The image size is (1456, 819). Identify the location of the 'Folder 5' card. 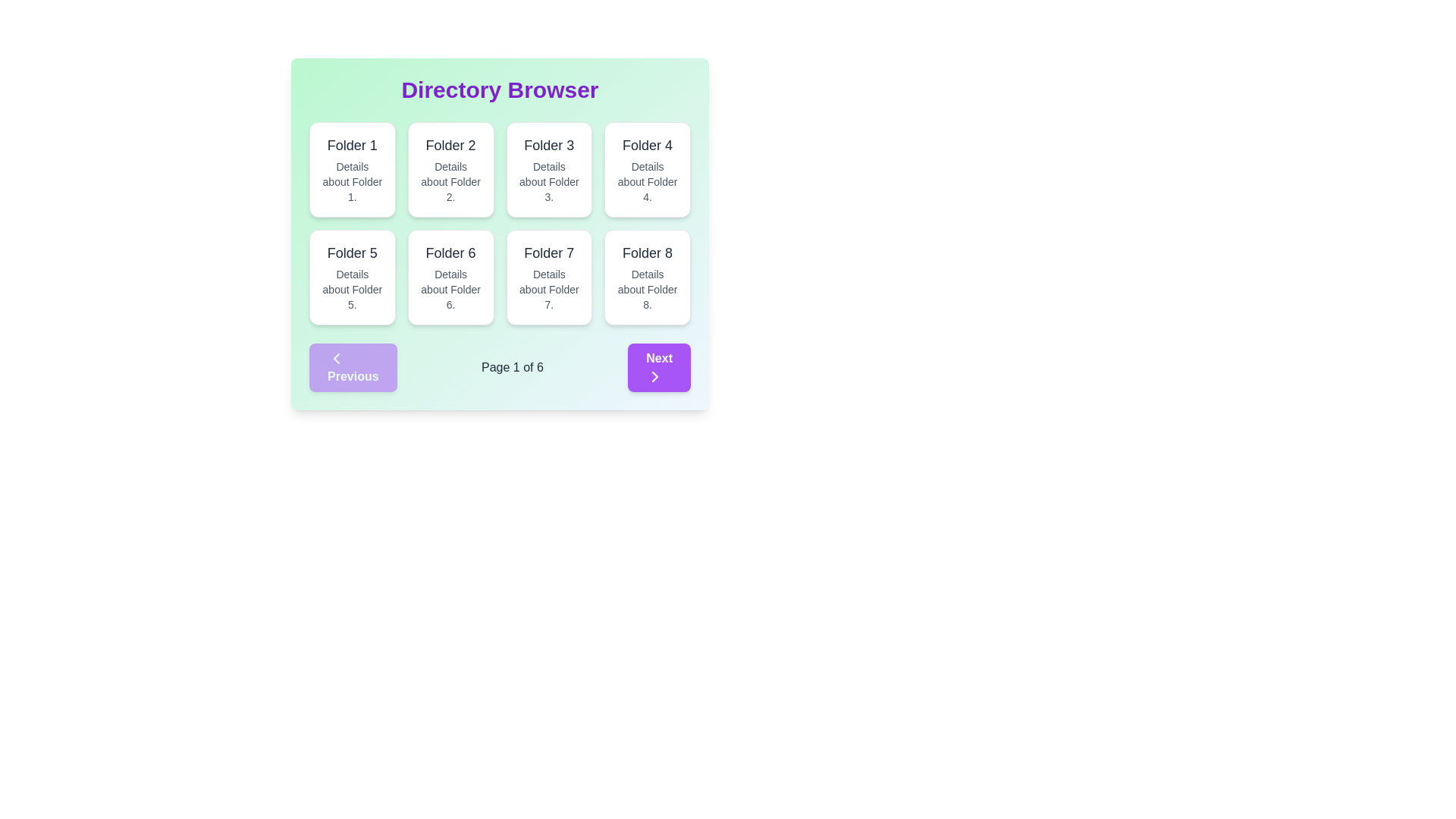
(351, 278).